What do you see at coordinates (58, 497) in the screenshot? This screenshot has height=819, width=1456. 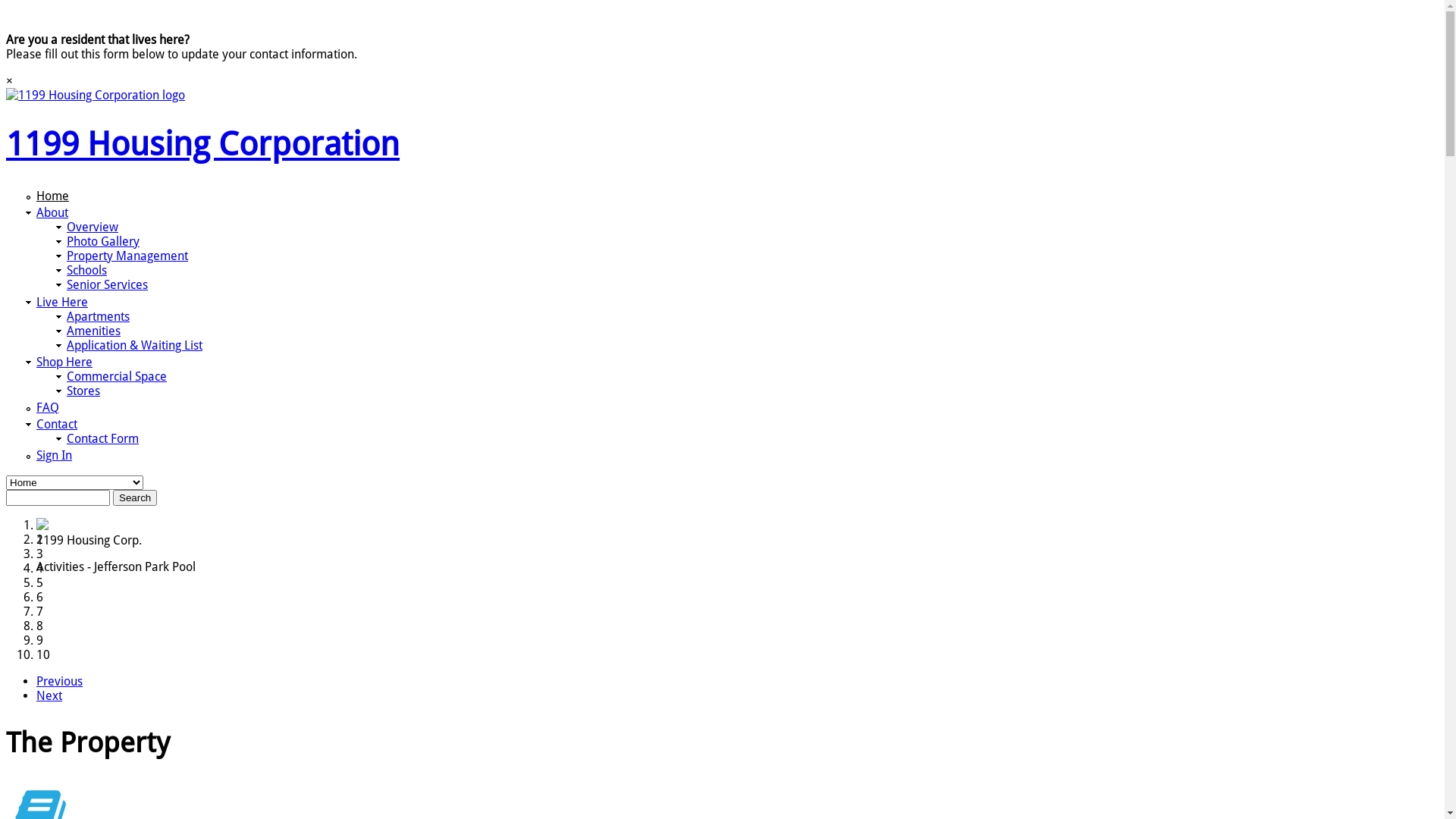 I see `'Enter the terms you wish to search for.'` at bounding box center [58, 497].